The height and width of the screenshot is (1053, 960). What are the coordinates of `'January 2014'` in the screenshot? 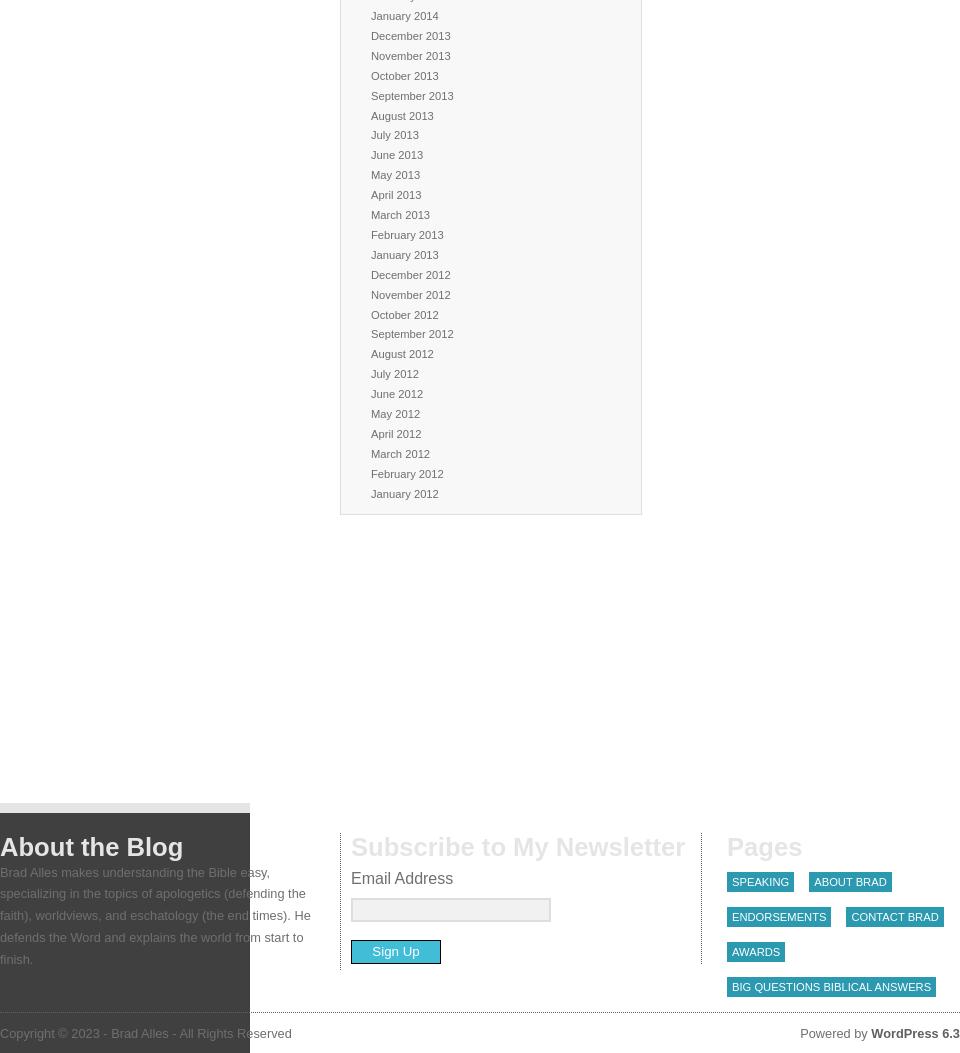 It's located at (403, 14).